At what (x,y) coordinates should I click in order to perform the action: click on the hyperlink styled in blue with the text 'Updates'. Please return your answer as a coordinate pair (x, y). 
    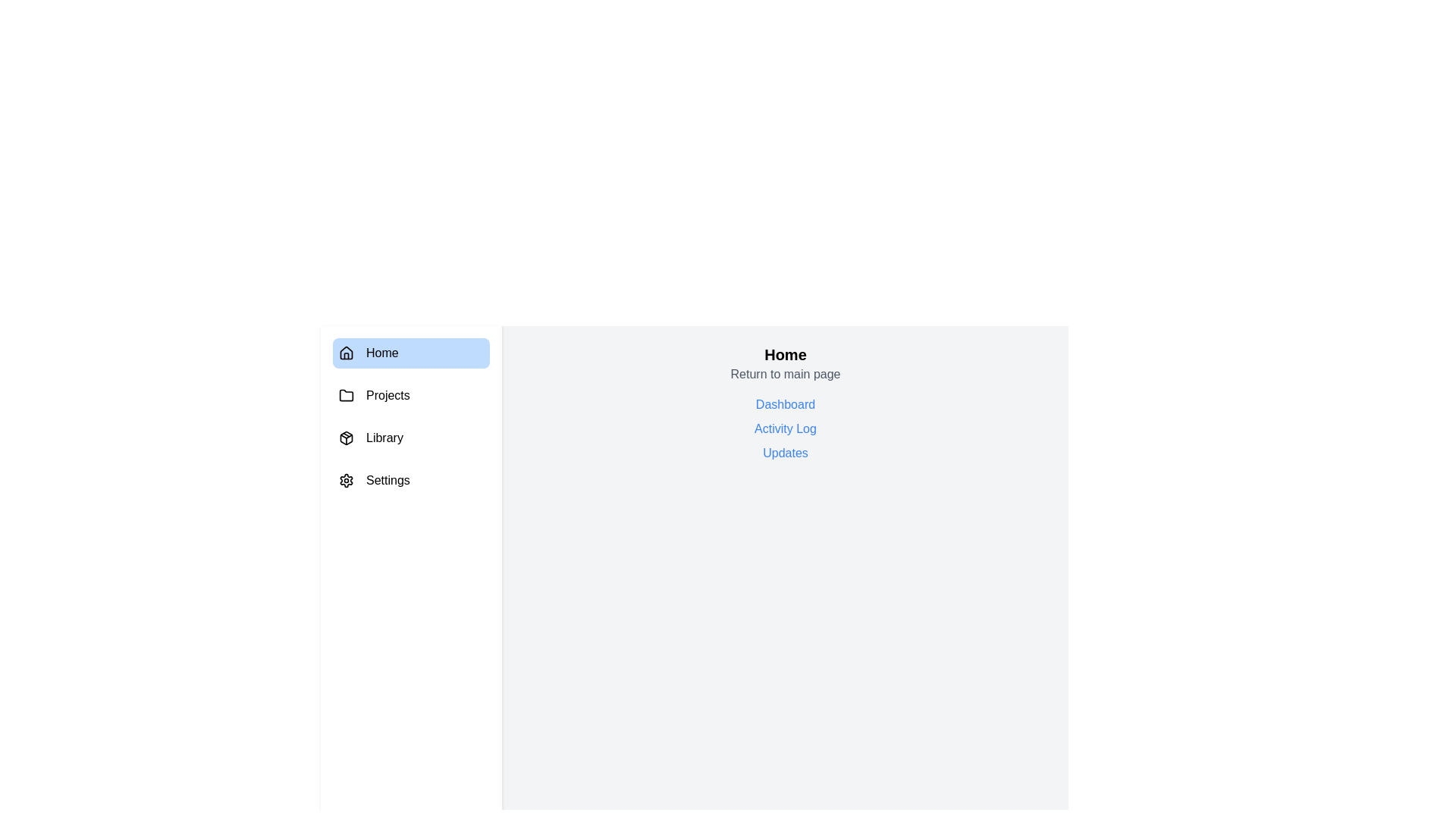
    Looking at the image, I should click on (786, 452).